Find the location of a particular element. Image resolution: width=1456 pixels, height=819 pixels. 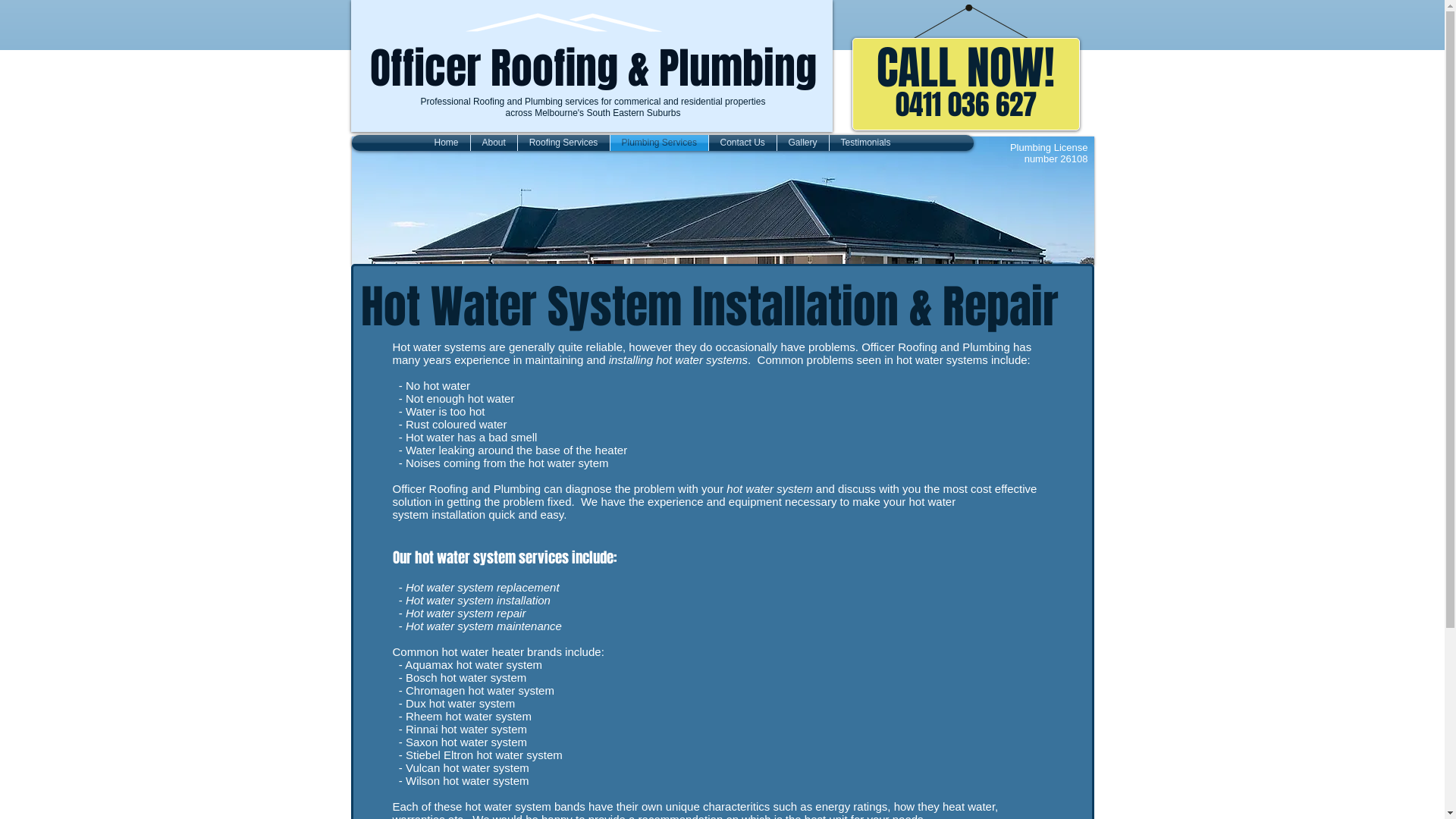

'Gallery' is located at coordinates (801, 143).